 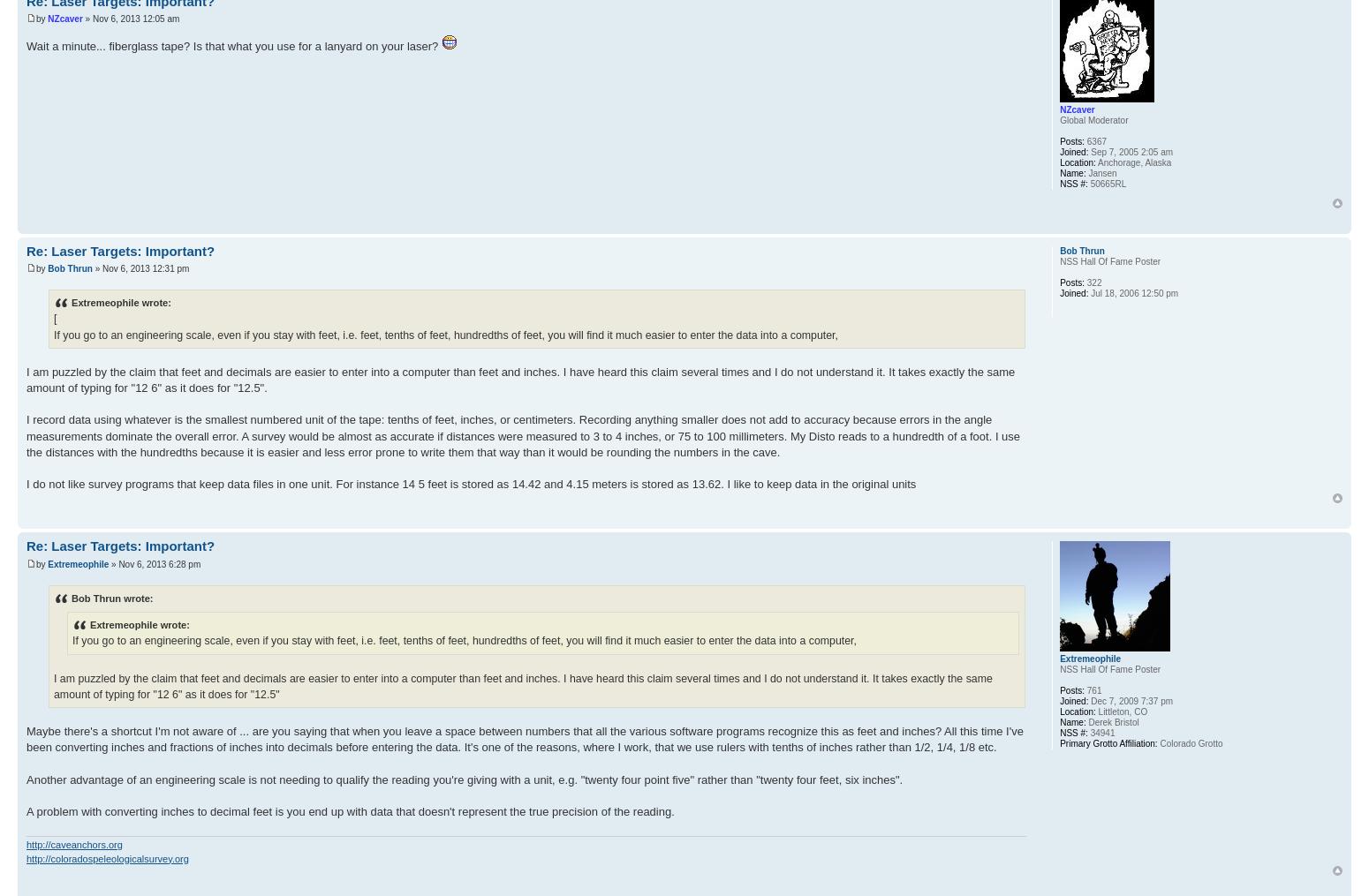 What do you see at coordinates (109, 562) in the screenshot?
I see `'» Nov 6, 2013 6:28 pm'` at bounding box center [109, 562].